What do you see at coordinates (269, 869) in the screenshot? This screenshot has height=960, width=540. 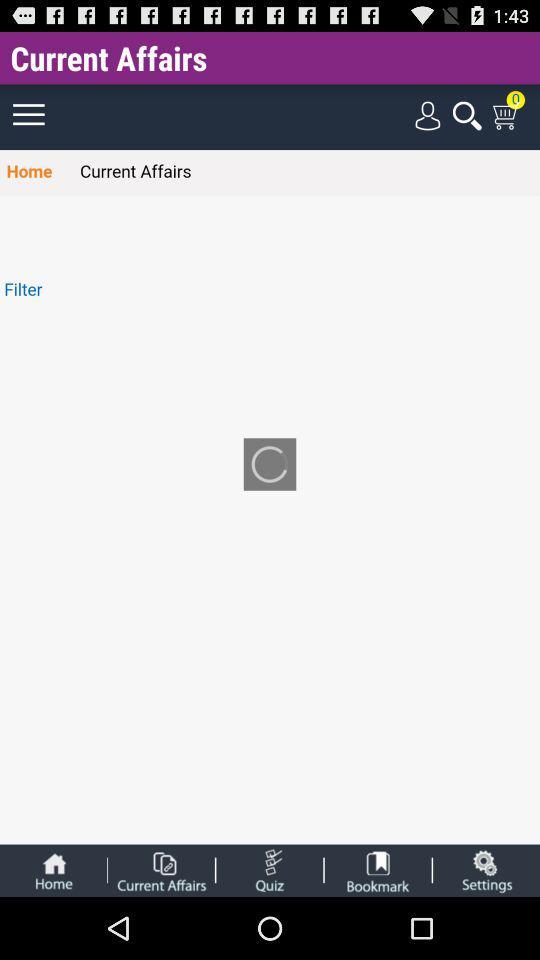 I see `take a quiz` at bounding box center [269, 869].